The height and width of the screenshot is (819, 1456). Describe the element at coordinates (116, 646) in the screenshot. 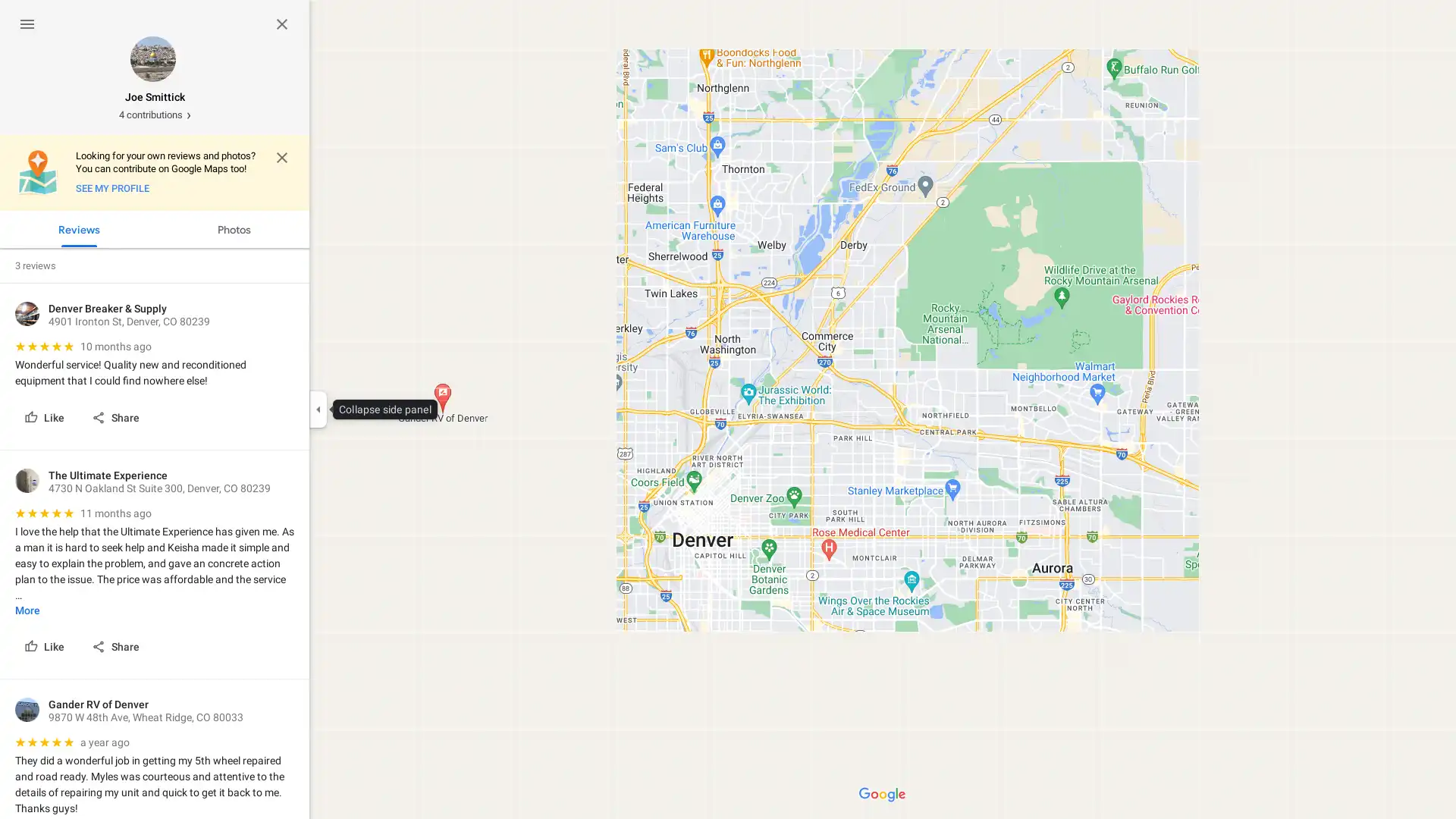

I see `Share The Ultimate Experience's review.` at that location.